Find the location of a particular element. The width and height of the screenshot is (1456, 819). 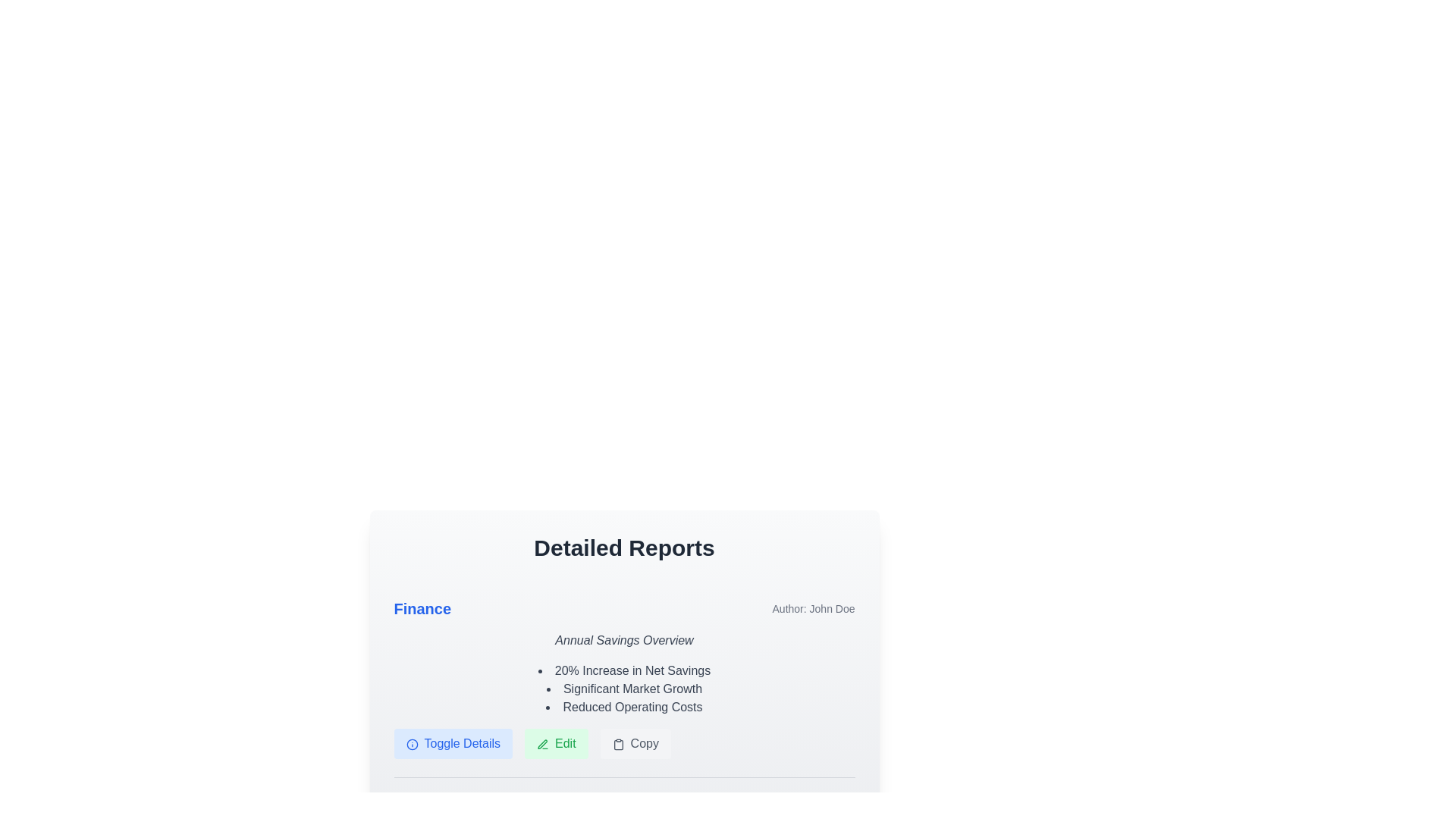

the 'Edit' button, which has a light green background and a pen icon, located between the 'Toggle Details' and 'Copy' buttons to initiate editing is located at coordinates (555, 742).